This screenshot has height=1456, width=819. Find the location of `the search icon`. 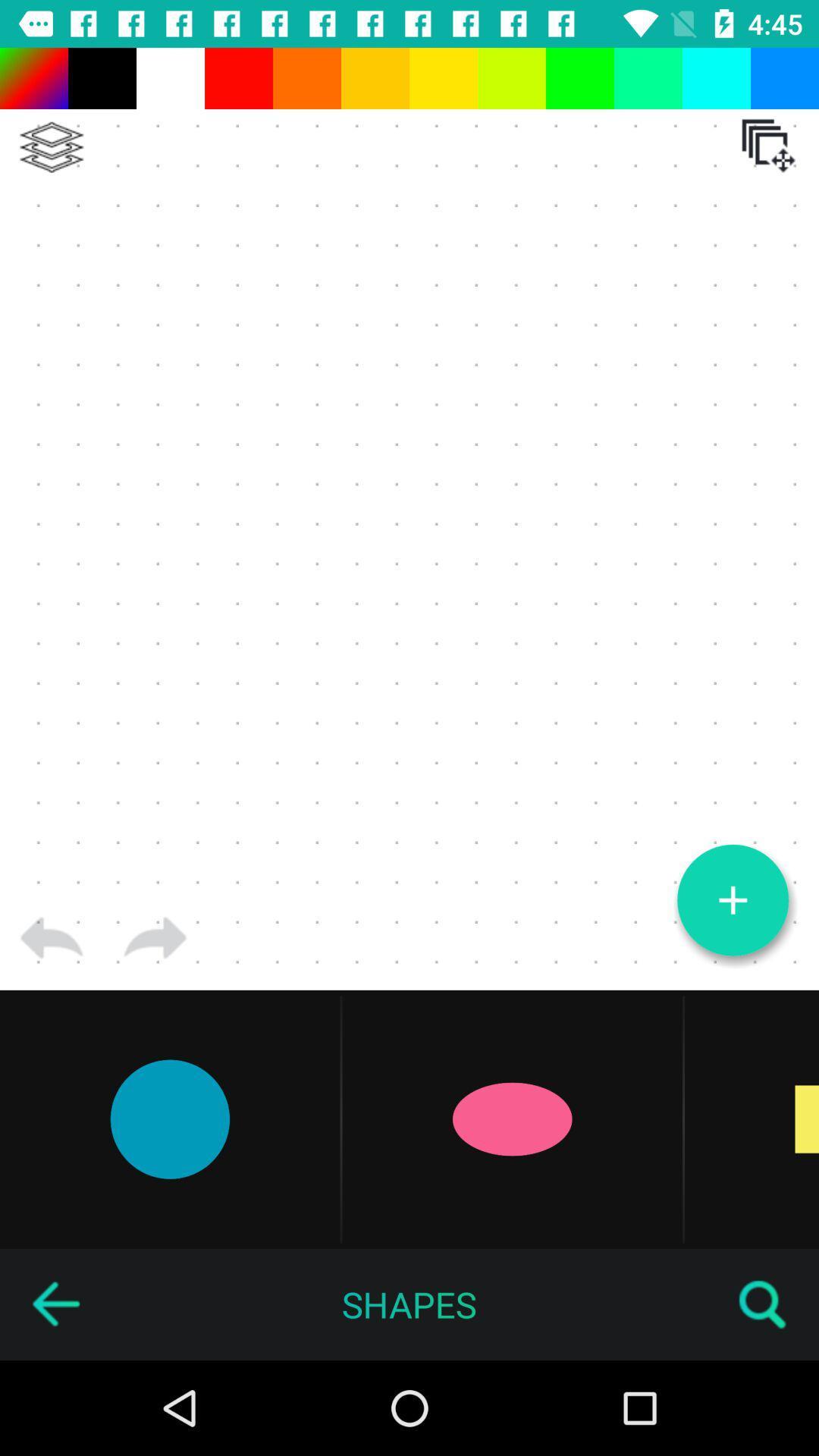

the search icon is located at coordinates (763, 1304).